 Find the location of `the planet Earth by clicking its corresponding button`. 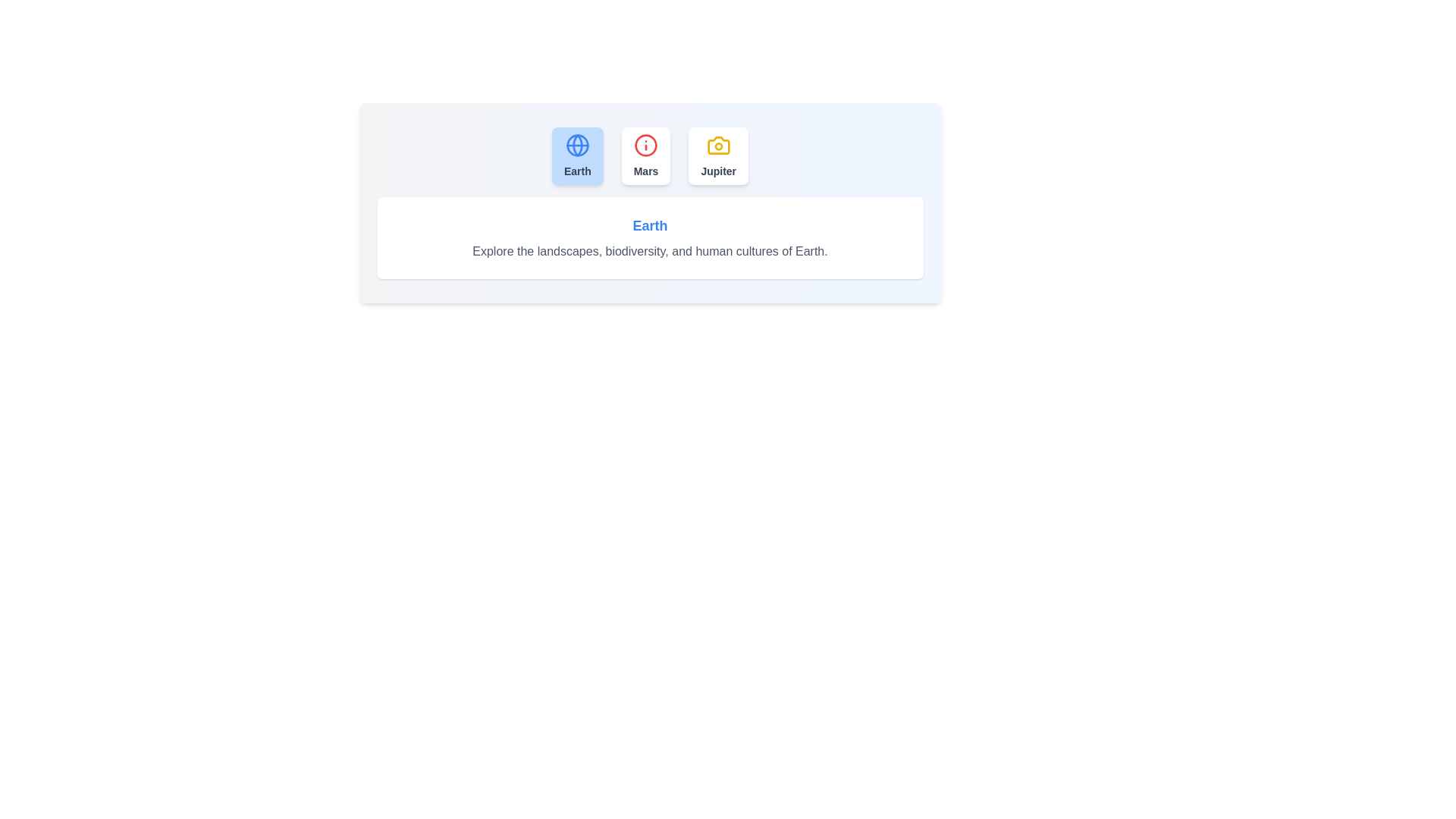

the planet Earth by clicking its corresponding button is located at coordinates (576, 155).